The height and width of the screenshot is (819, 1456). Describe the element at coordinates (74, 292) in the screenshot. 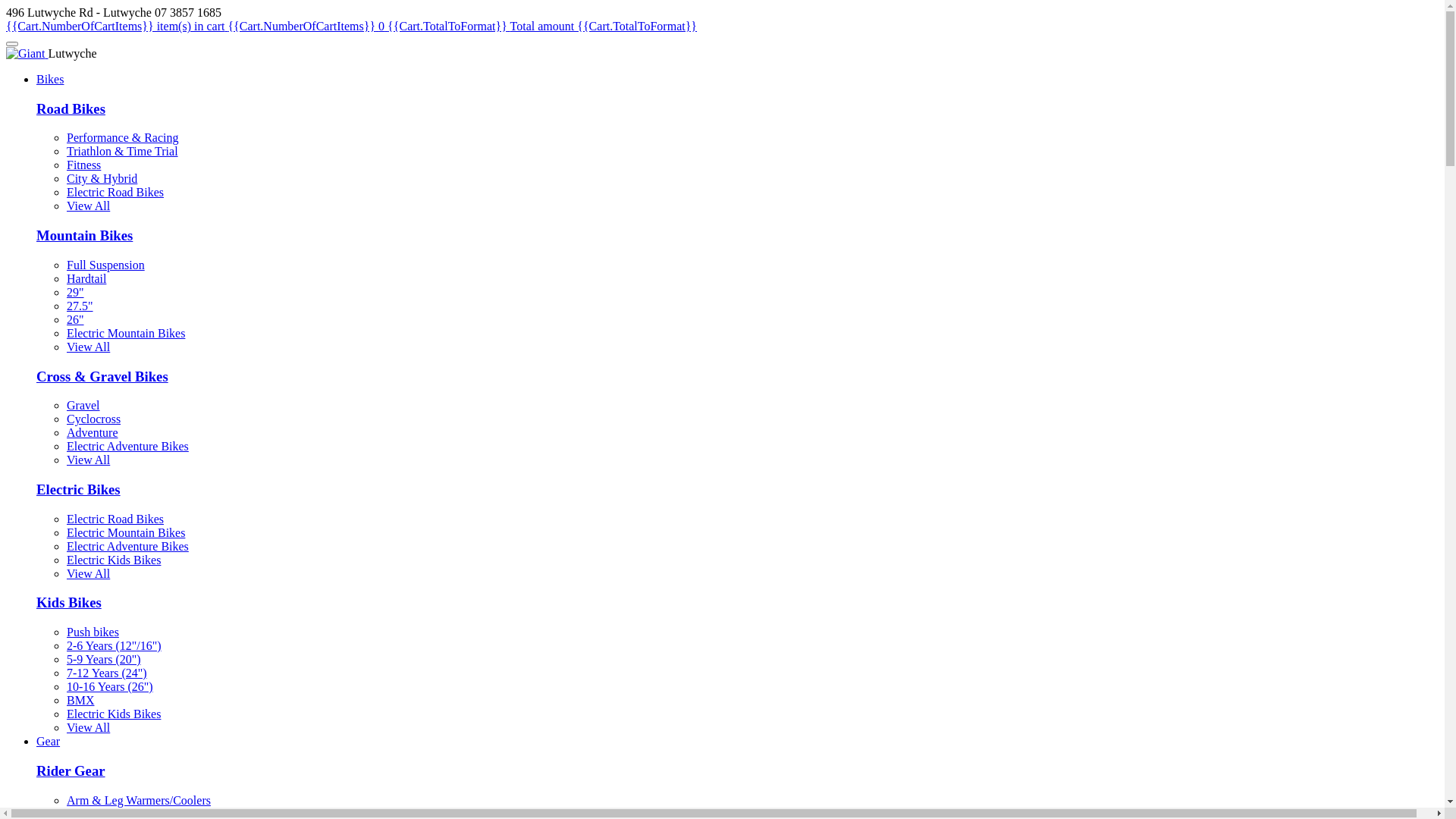

I see `'29"'` at that location.